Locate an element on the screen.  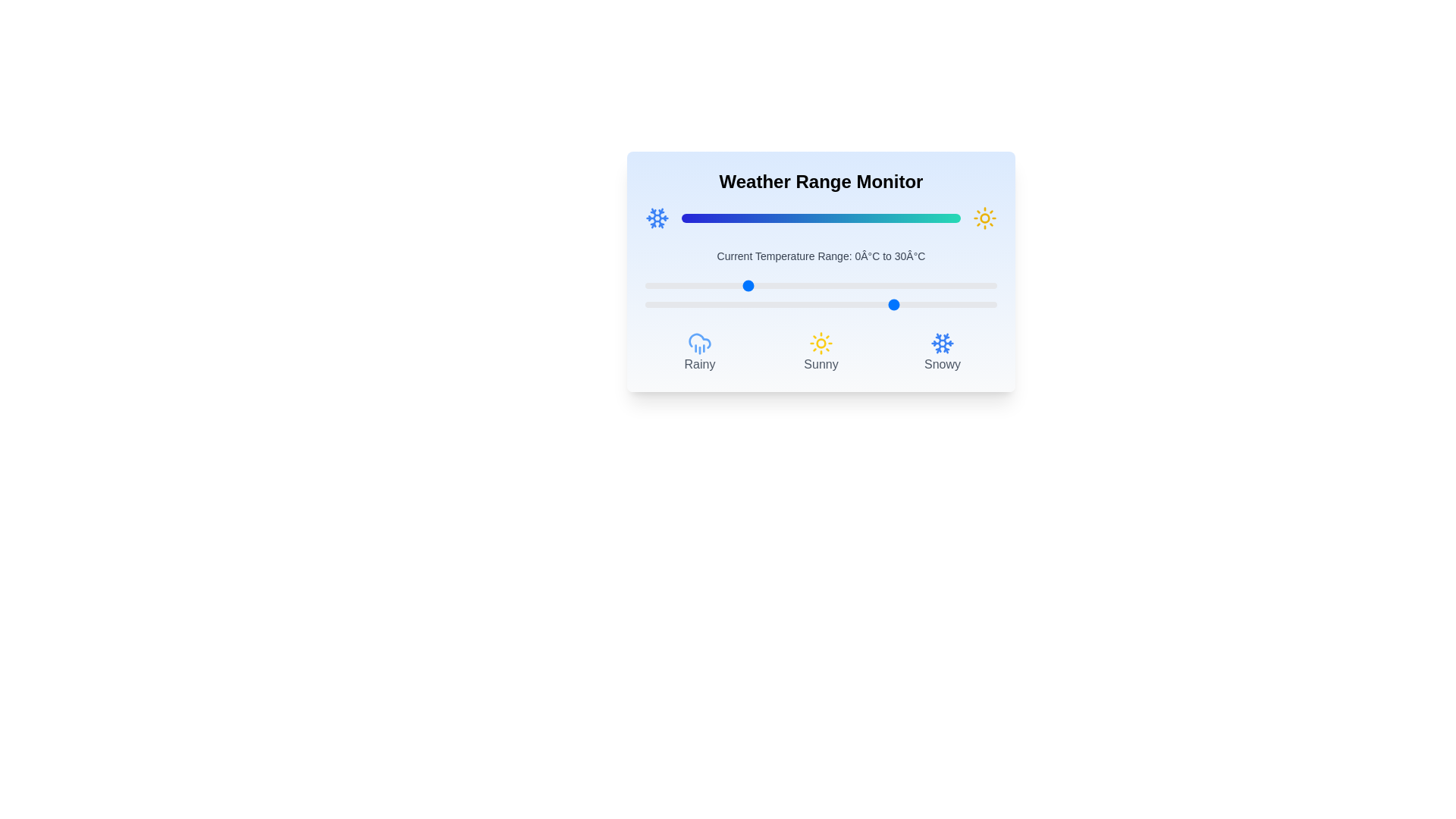
temperature is located at coordinates (982, 304).